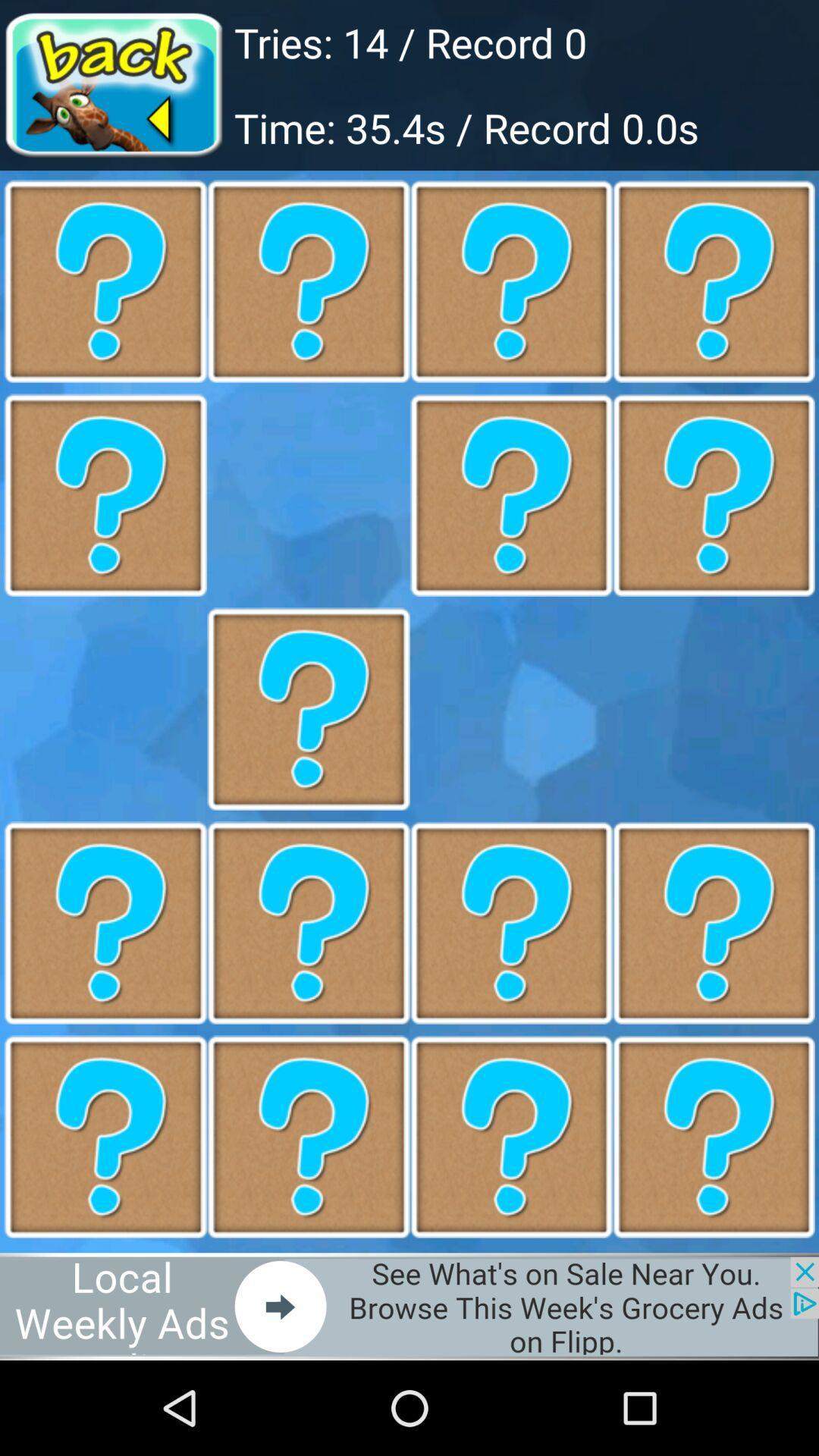 This screenshot has width=819, height=1456. Describe the element at coordinates (409, 1306) in the screenshot. I see `see grocery advertisements near you` at that location.